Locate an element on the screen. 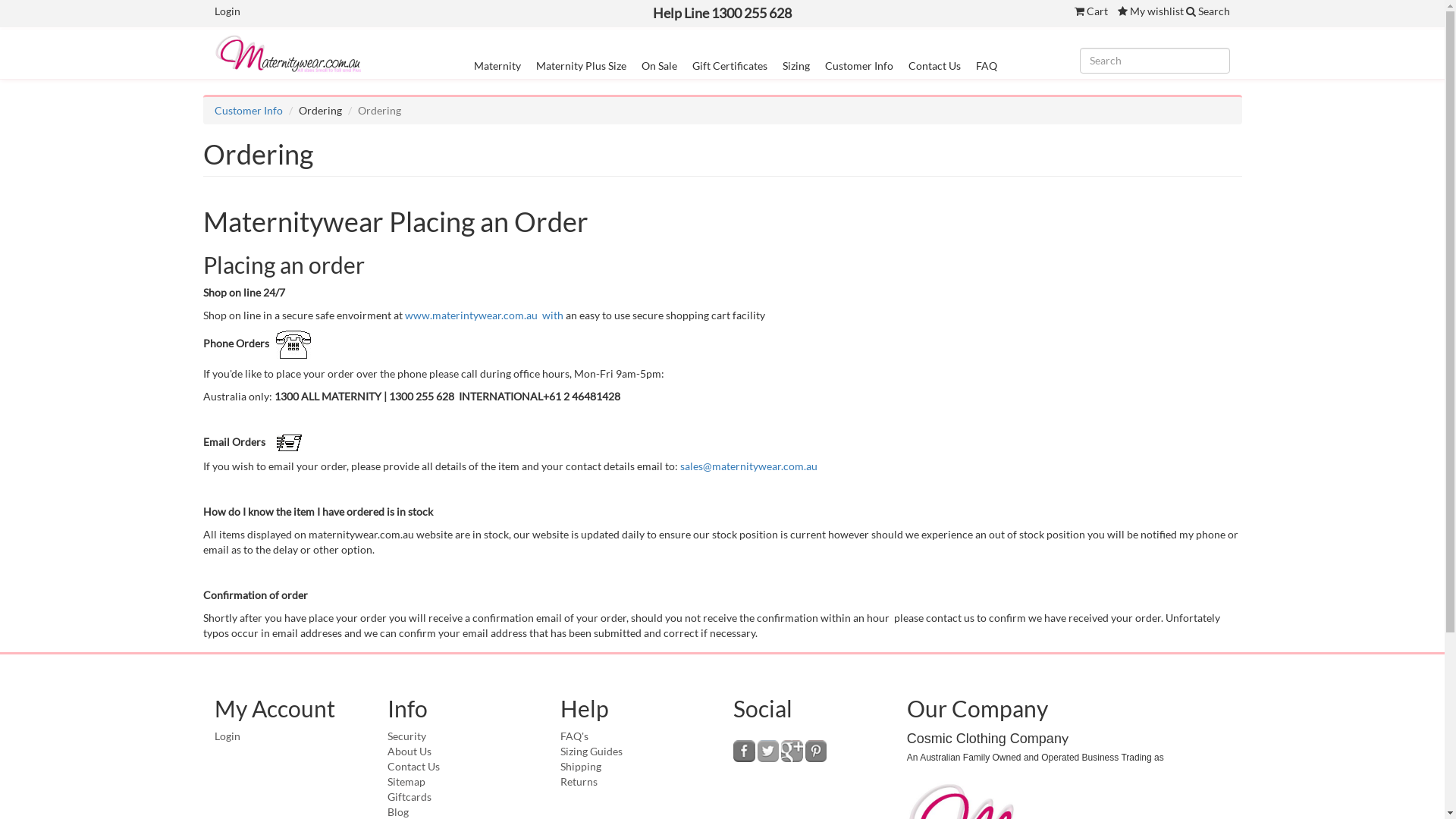 This screenshot has height=819, width=1456. 'FAQ' is located at coordinates (986, 64).